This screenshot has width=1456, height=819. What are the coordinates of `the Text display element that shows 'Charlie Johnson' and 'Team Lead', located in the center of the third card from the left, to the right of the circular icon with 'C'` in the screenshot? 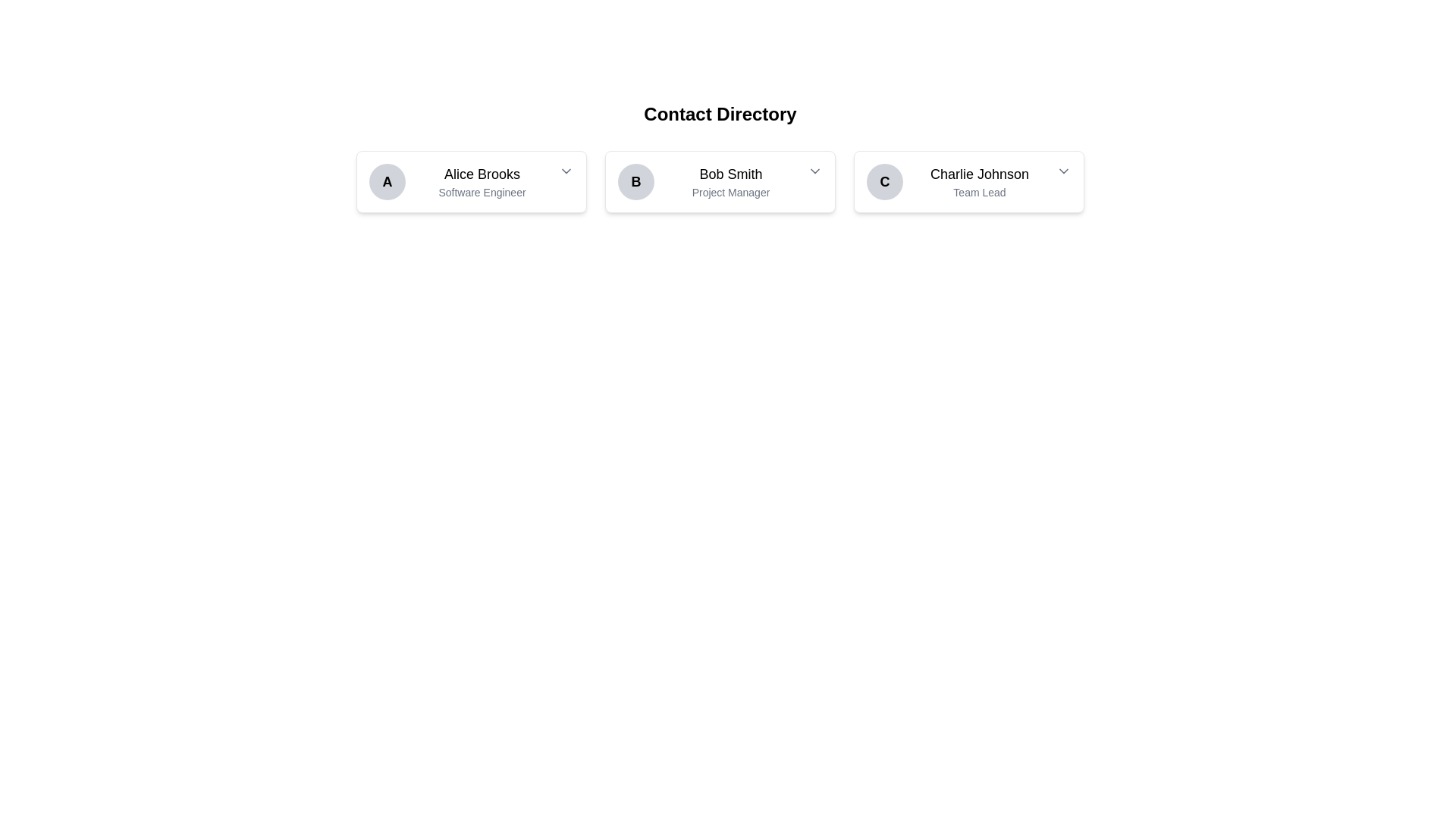 It's located at (979, 180).